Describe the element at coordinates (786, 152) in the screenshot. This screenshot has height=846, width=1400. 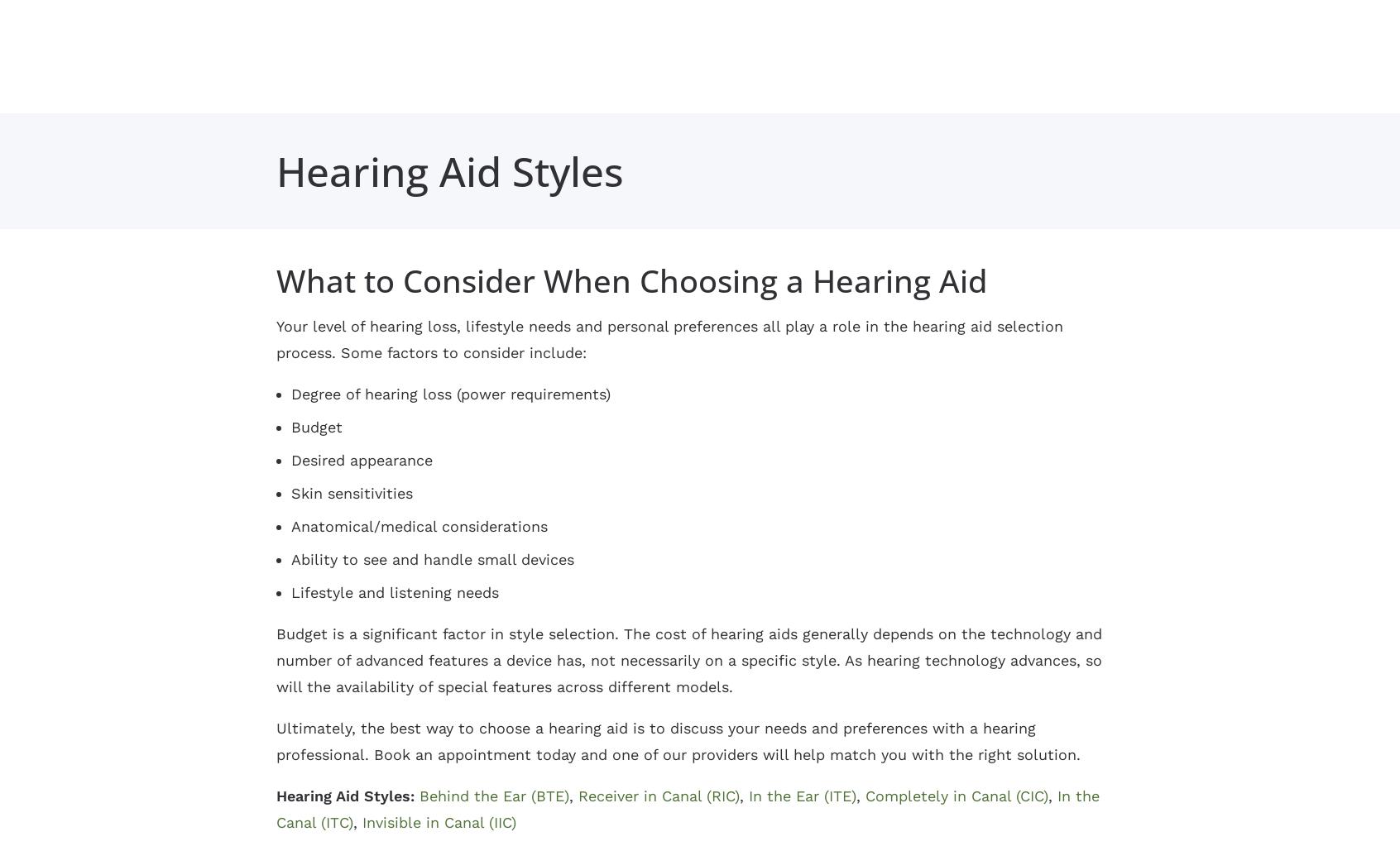
I see `'Hearing and Balance'` at that location.